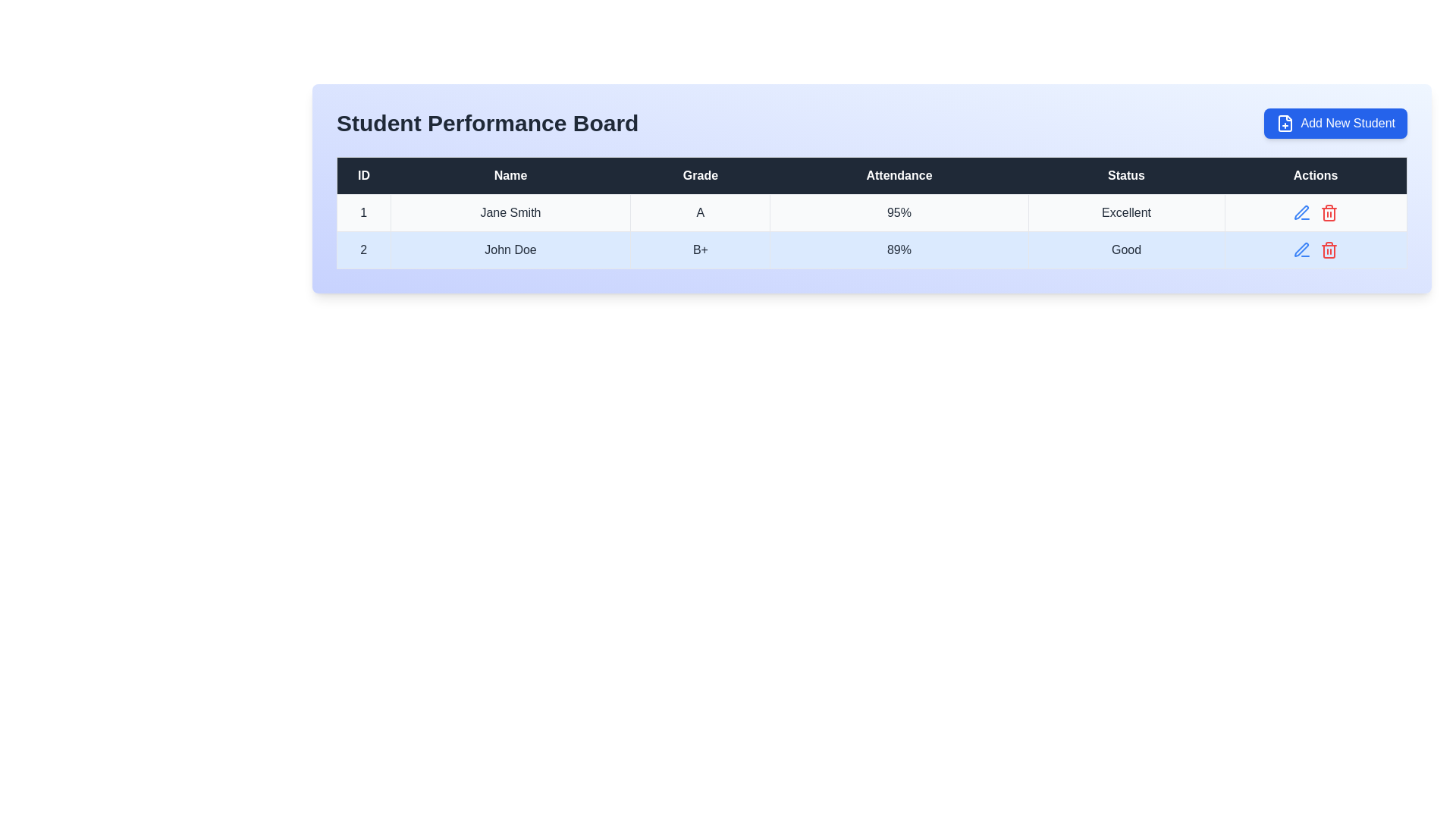 Image resolution: width=1456 pixels, height=819 pixels. What do you see at coordinates (699, 174) in the screenshot?
I see `the Table Header Cell indicating grades of students, located centrally between 'Name' and 'Attendance' in the header row of the Student Performance Board` at bounding box center [699, 174].